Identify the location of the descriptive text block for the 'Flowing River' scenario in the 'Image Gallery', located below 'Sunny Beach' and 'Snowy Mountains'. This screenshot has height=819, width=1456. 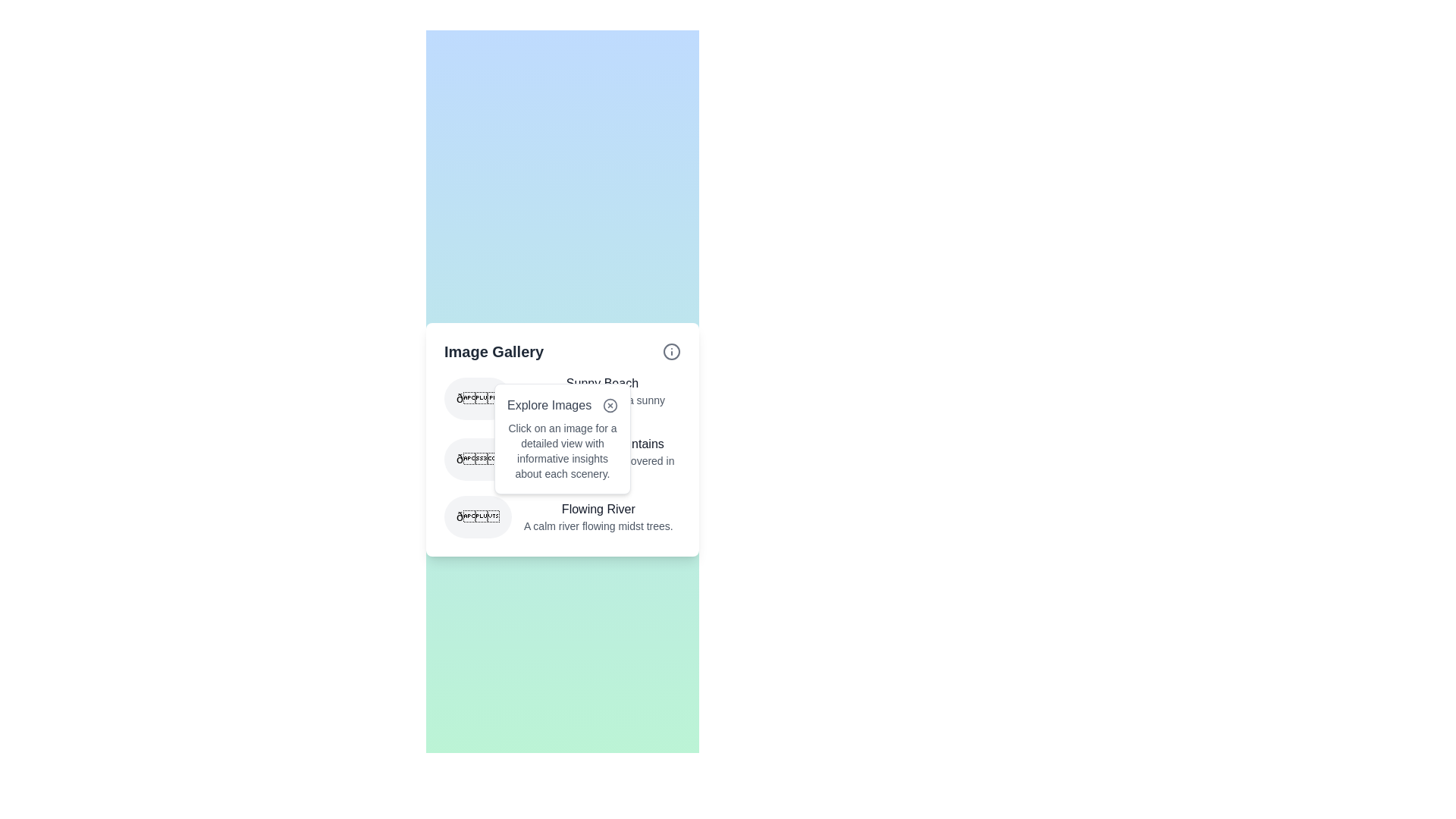
(598, 516).